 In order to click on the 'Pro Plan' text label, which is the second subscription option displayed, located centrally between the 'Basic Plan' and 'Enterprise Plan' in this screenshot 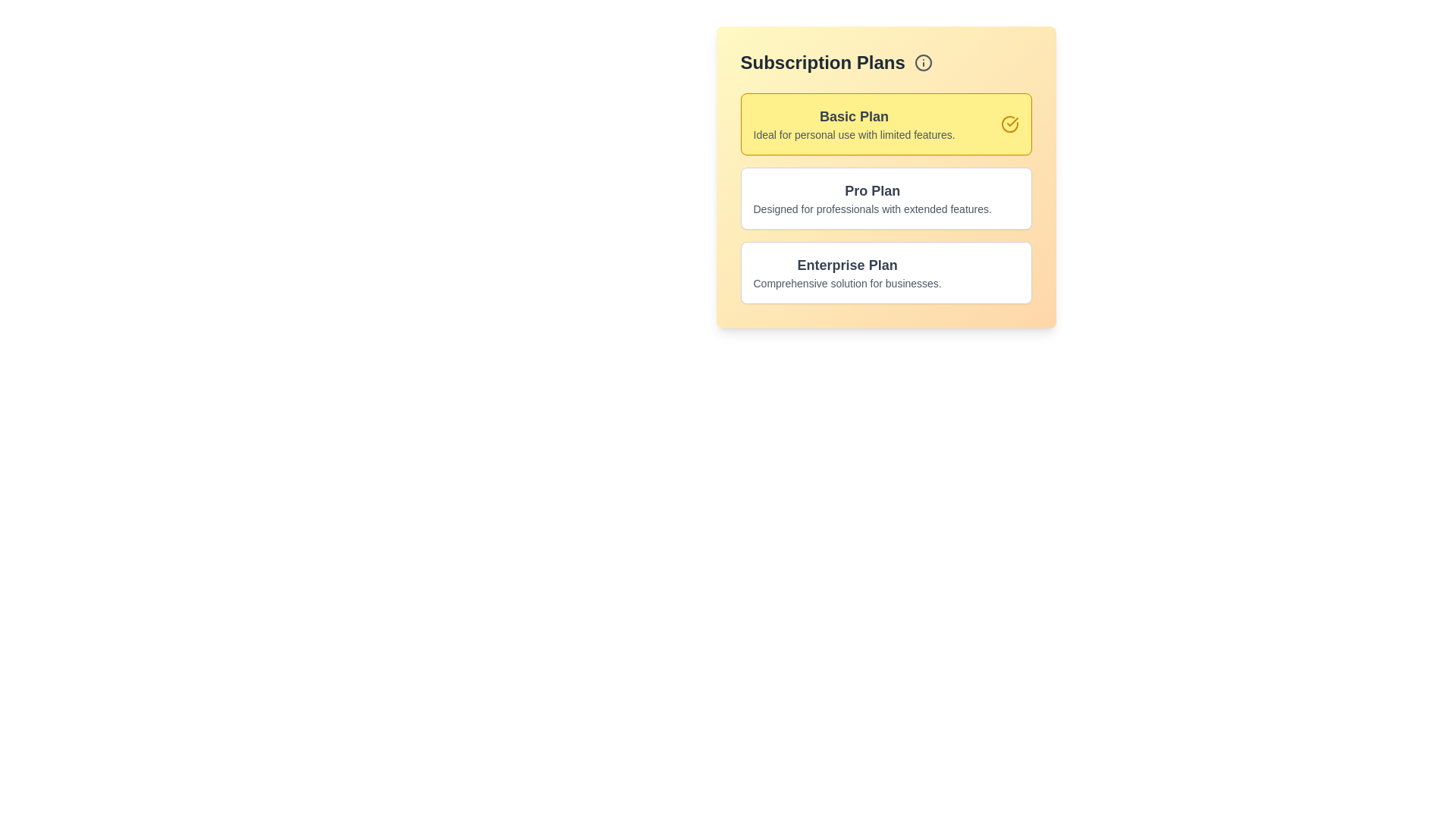, I will do `click(872, 190)`.